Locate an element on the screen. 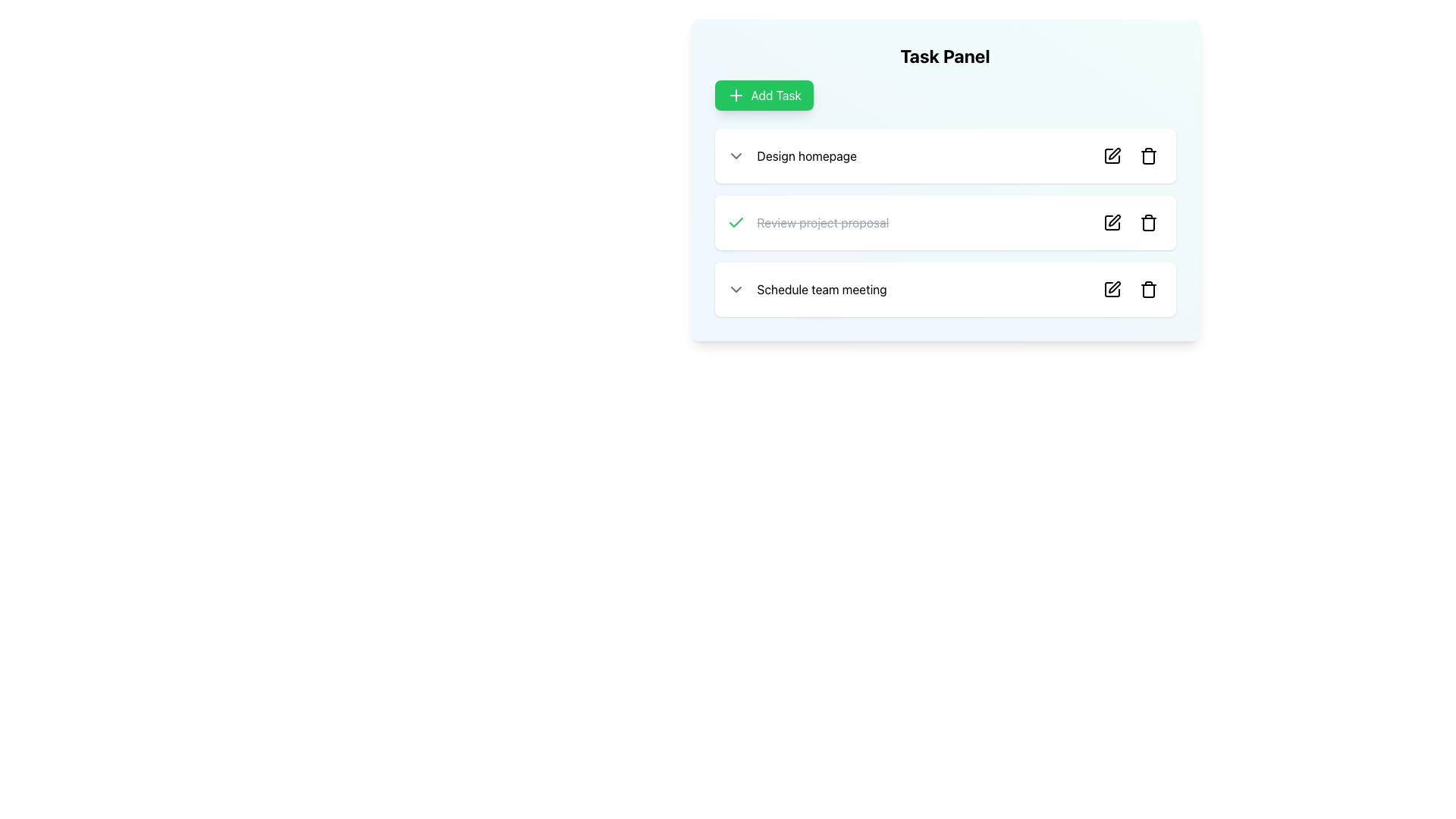 The image size is (1456, 819). the 'Task Panel' section with a light gradient background to focus on it is located at coordinates (944, 180).